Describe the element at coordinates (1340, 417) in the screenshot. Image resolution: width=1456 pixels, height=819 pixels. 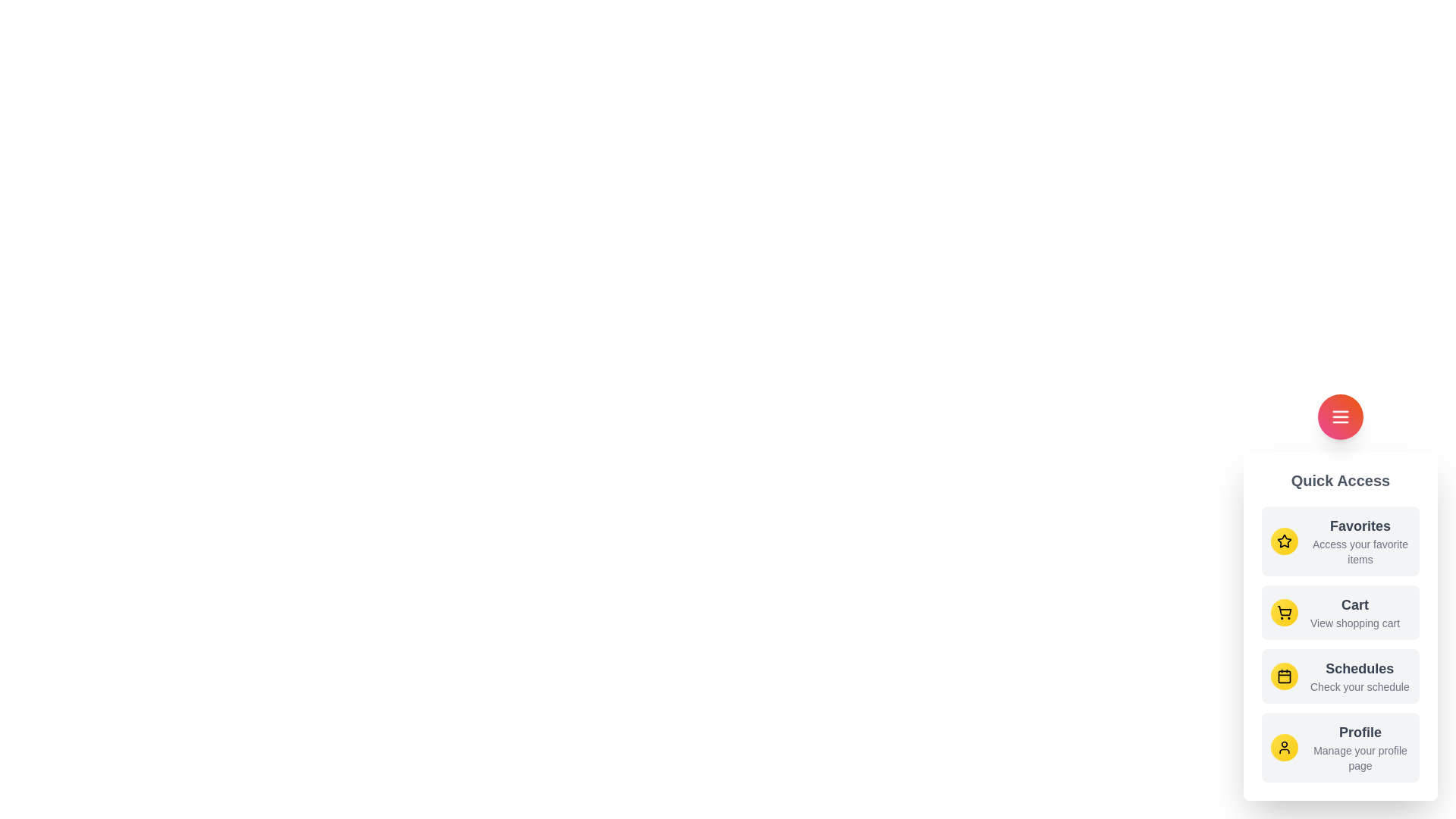
I see `toggle button to collapse the speed dial menu` at that location.